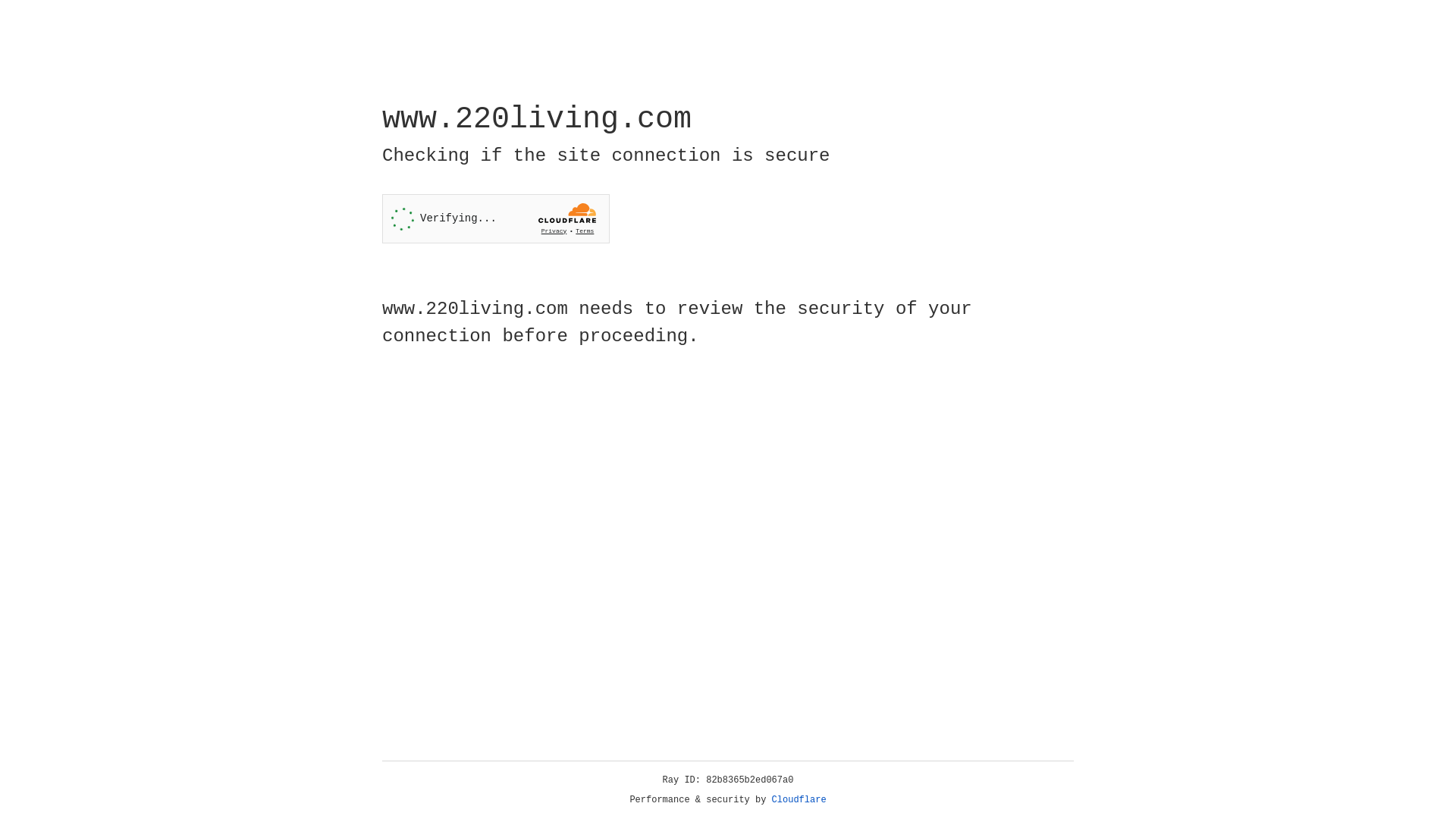  Describe the element at coordinates (799, 799) in the screenshot. I see `'Cloudflare'` at that location.